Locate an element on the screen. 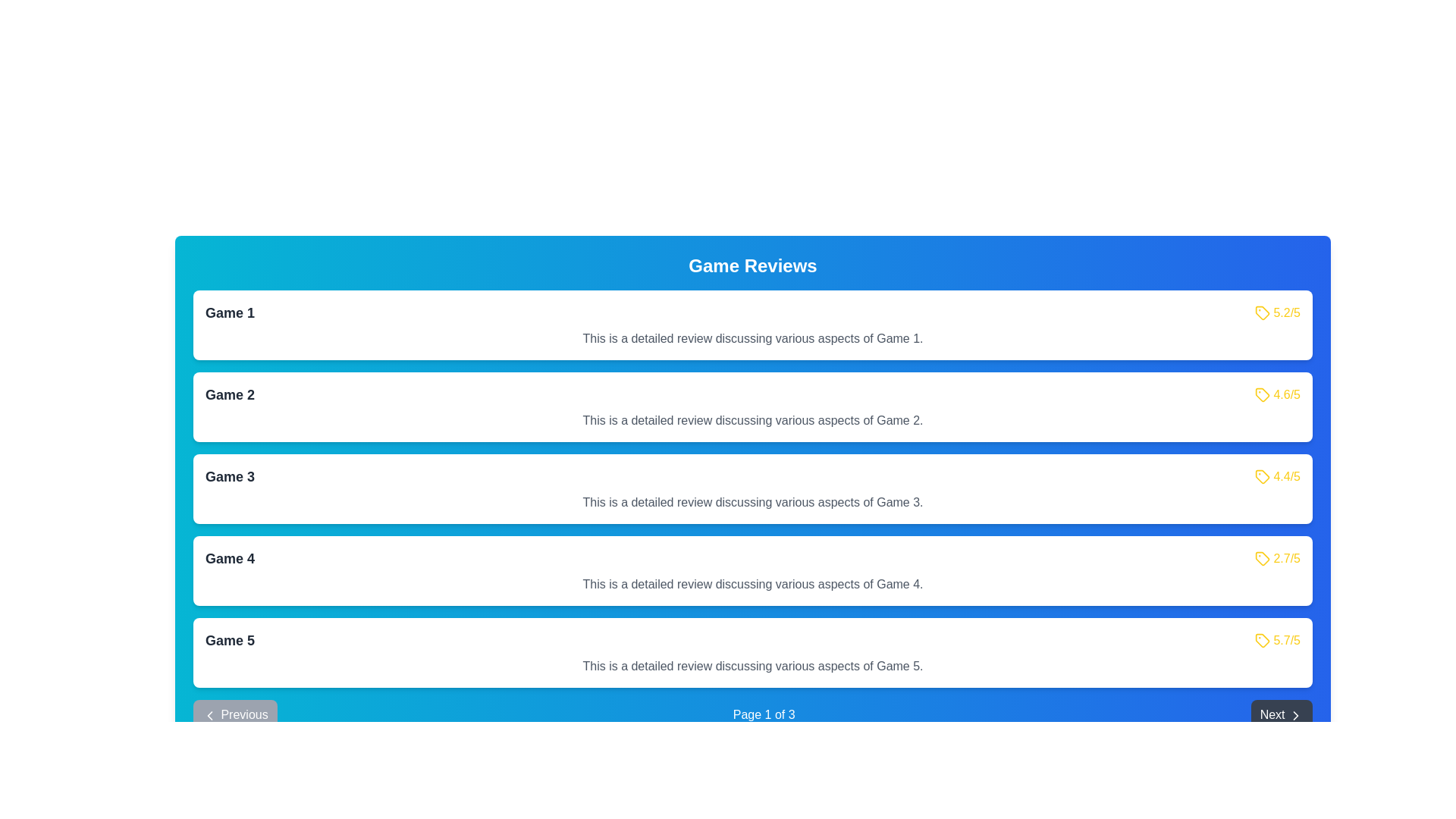 Image resolution: width=1456 pixels, height=819 pixels. informational text displayed in the review card for 'Game 1', located below the game title and rating is located at coordinates (753, 338).